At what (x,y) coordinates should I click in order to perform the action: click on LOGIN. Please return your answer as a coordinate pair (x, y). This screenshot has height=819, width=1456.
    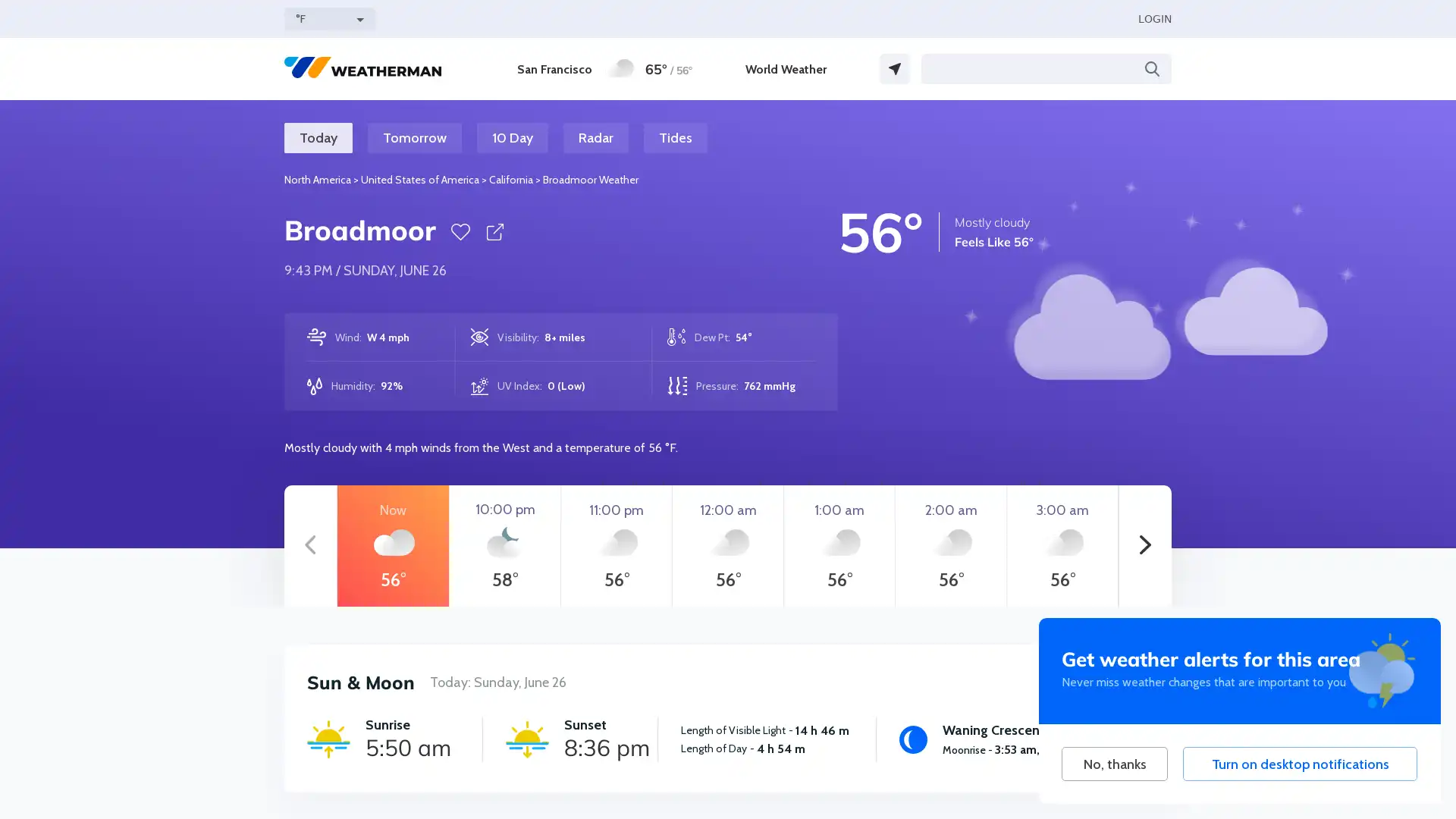
    Looking at the image, I should click on (1153, 18).